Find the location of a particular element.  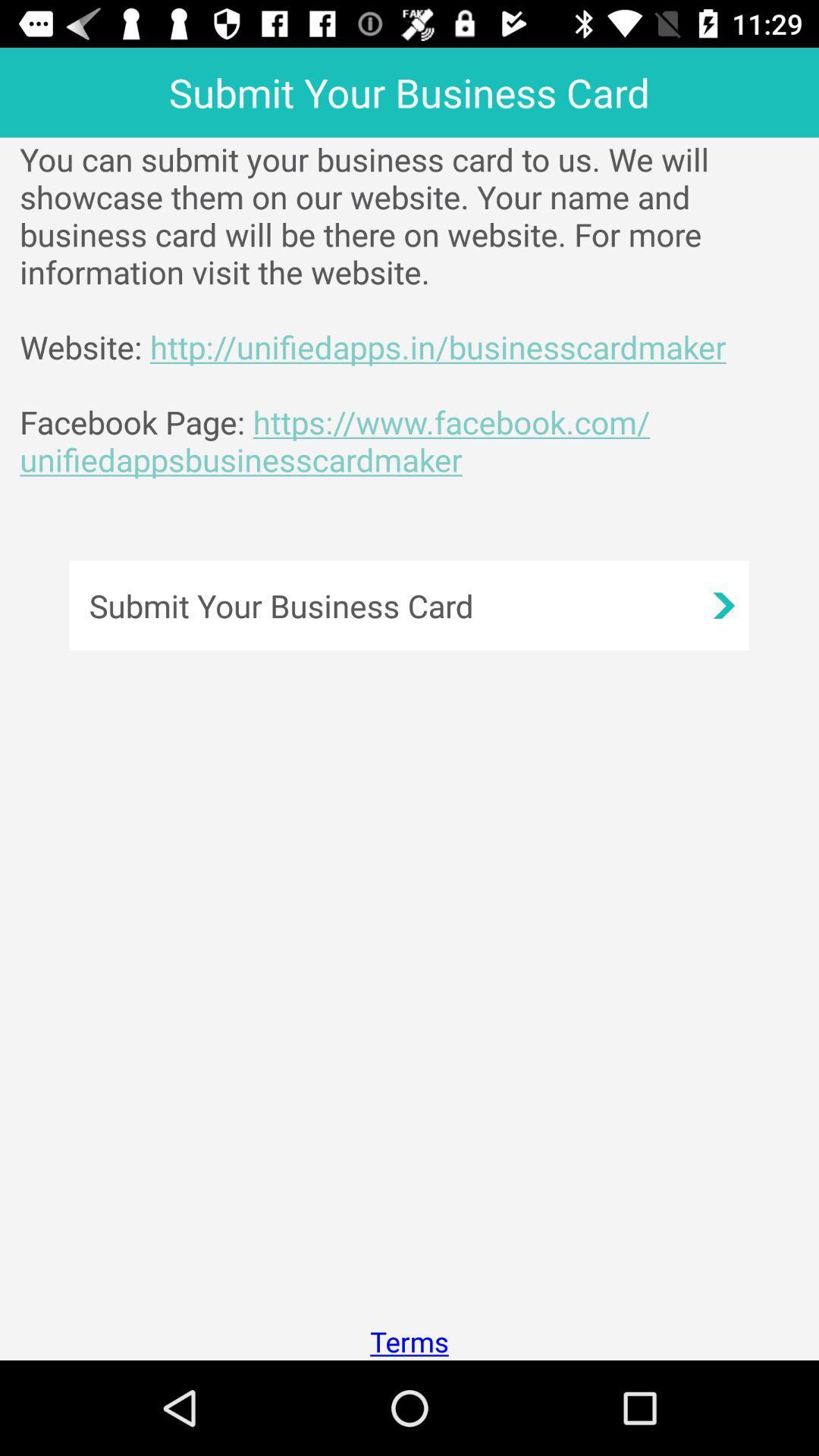

the app below the submit your business app is located at coordinates (419, 309).